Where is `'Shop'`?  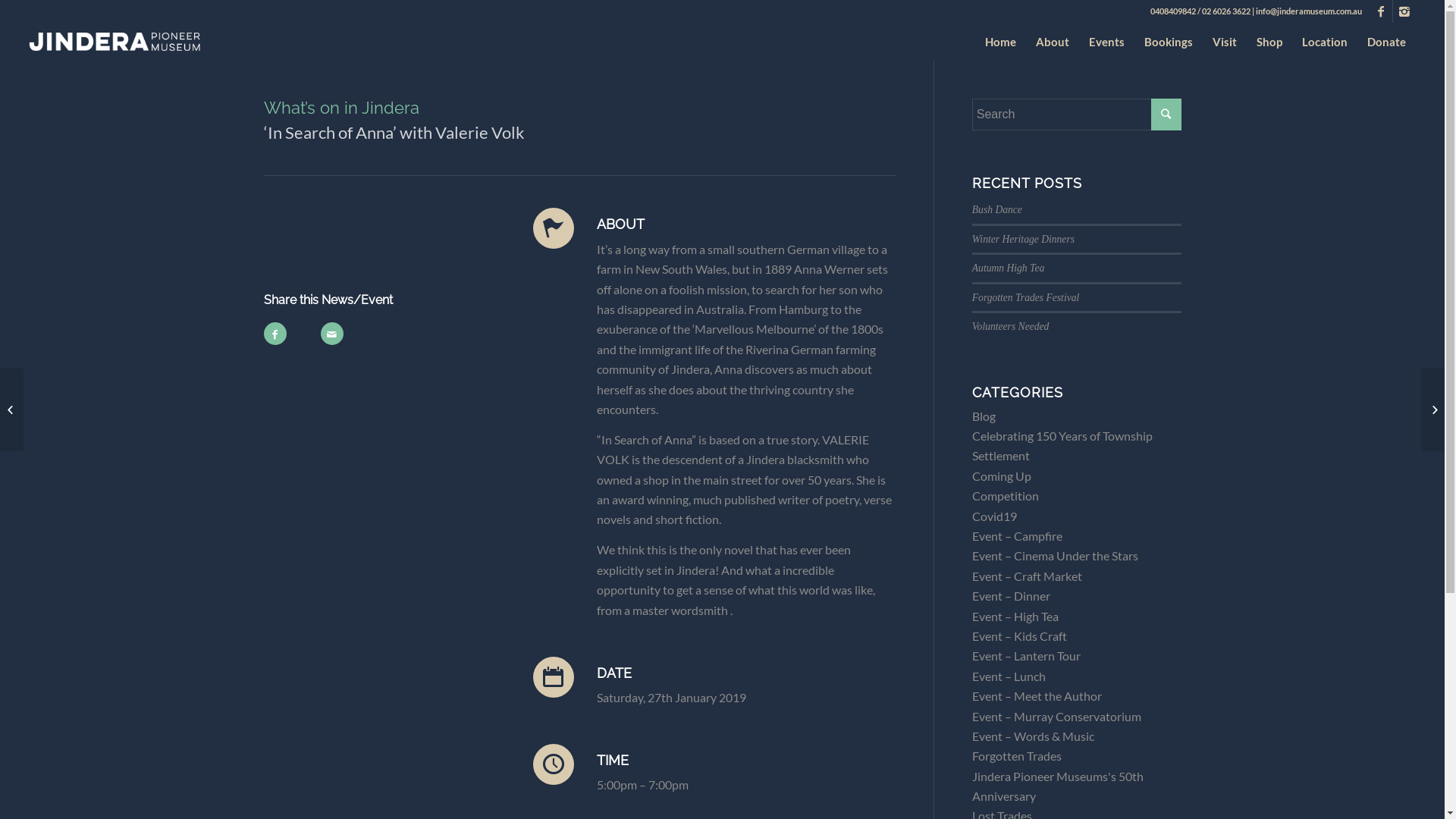 'Shop' is located at coordinates (1269, 40).